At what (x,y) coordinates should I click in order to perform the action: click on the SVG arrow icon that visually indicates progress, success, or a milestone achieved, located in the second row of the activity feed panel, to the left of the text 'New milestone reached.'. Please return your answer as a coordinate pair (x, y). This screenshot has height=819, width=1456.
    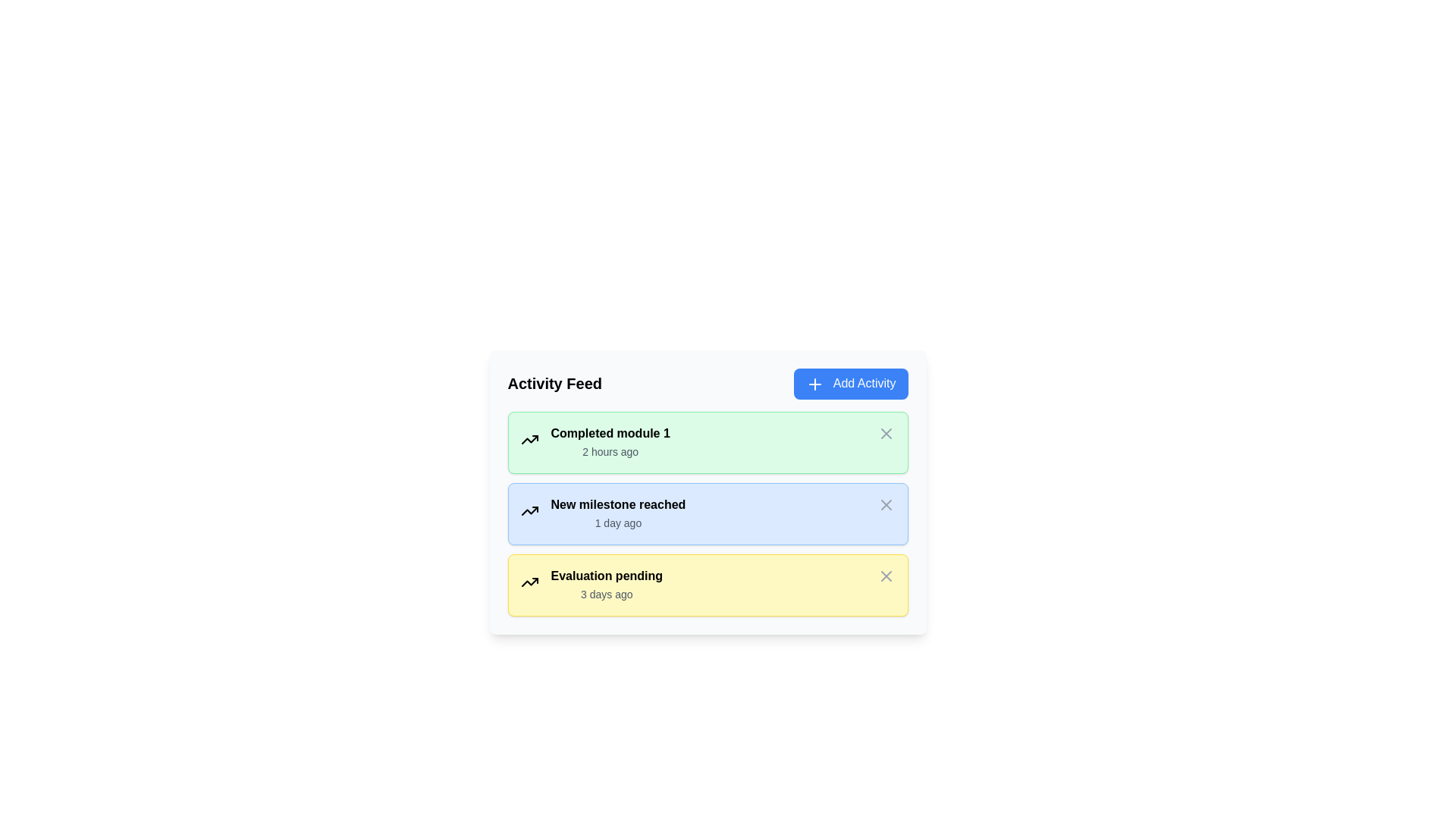
    Looking at the image, I should click on (529, 439).